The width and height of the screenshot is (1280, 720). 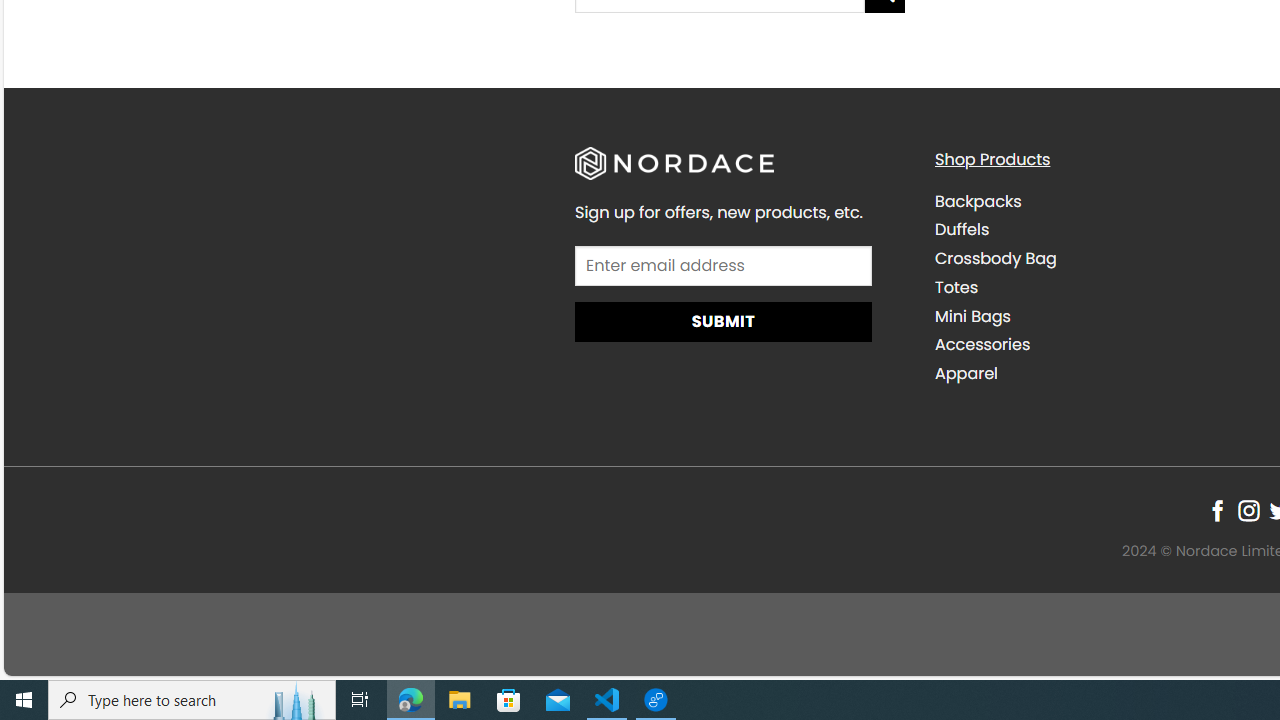 What do you see at coordinates (995, 257) in the screenshot?
I see `'Crossbody Bag'` at bounding box center [995, 257].